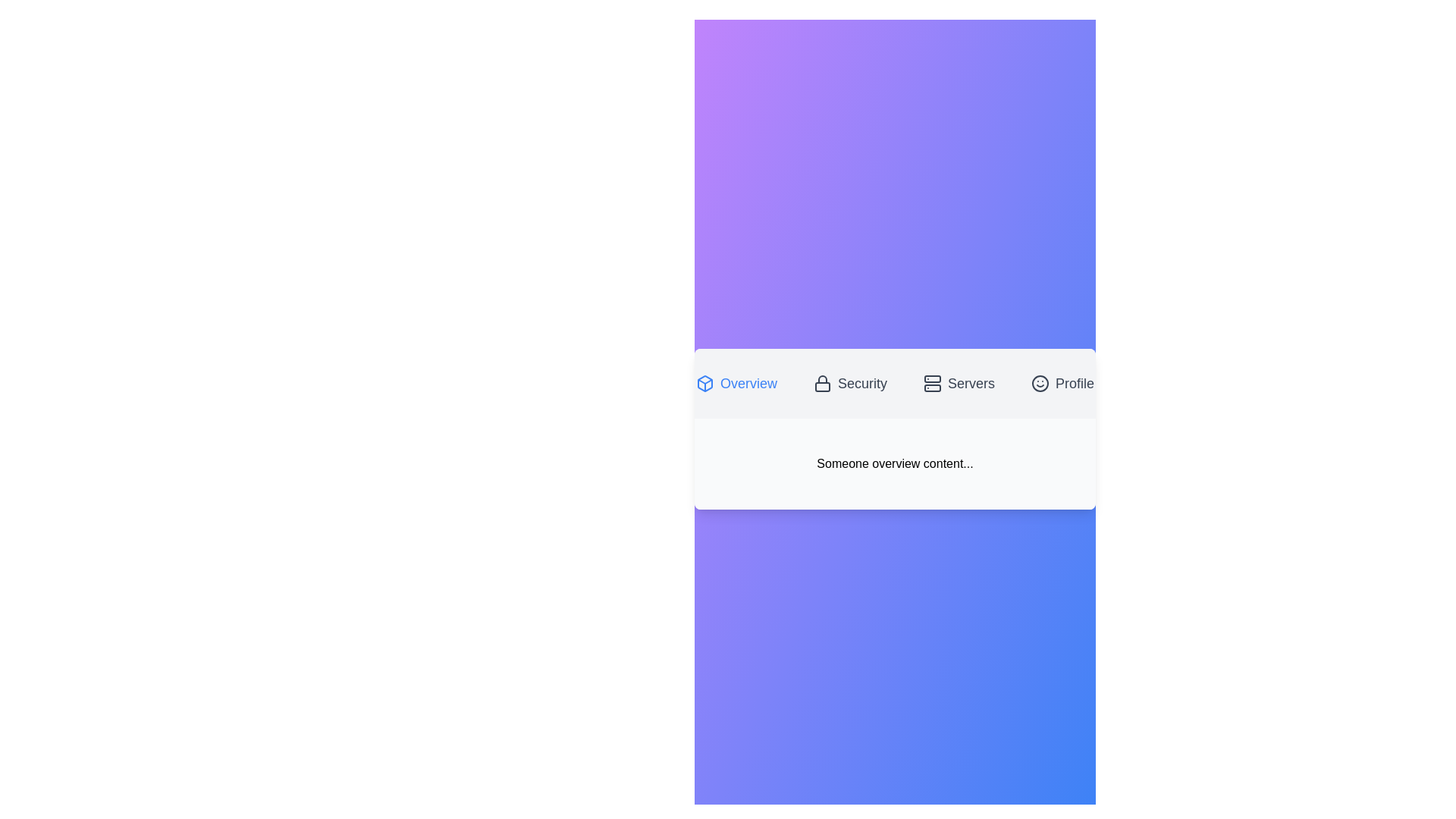 This screenshot has height=819, width=1456. What do you see at coordinates (704, 382) in the screenshot?
I see `the box icon located at the top-left corner of the navigation bar` at bounding box center [704, 382].